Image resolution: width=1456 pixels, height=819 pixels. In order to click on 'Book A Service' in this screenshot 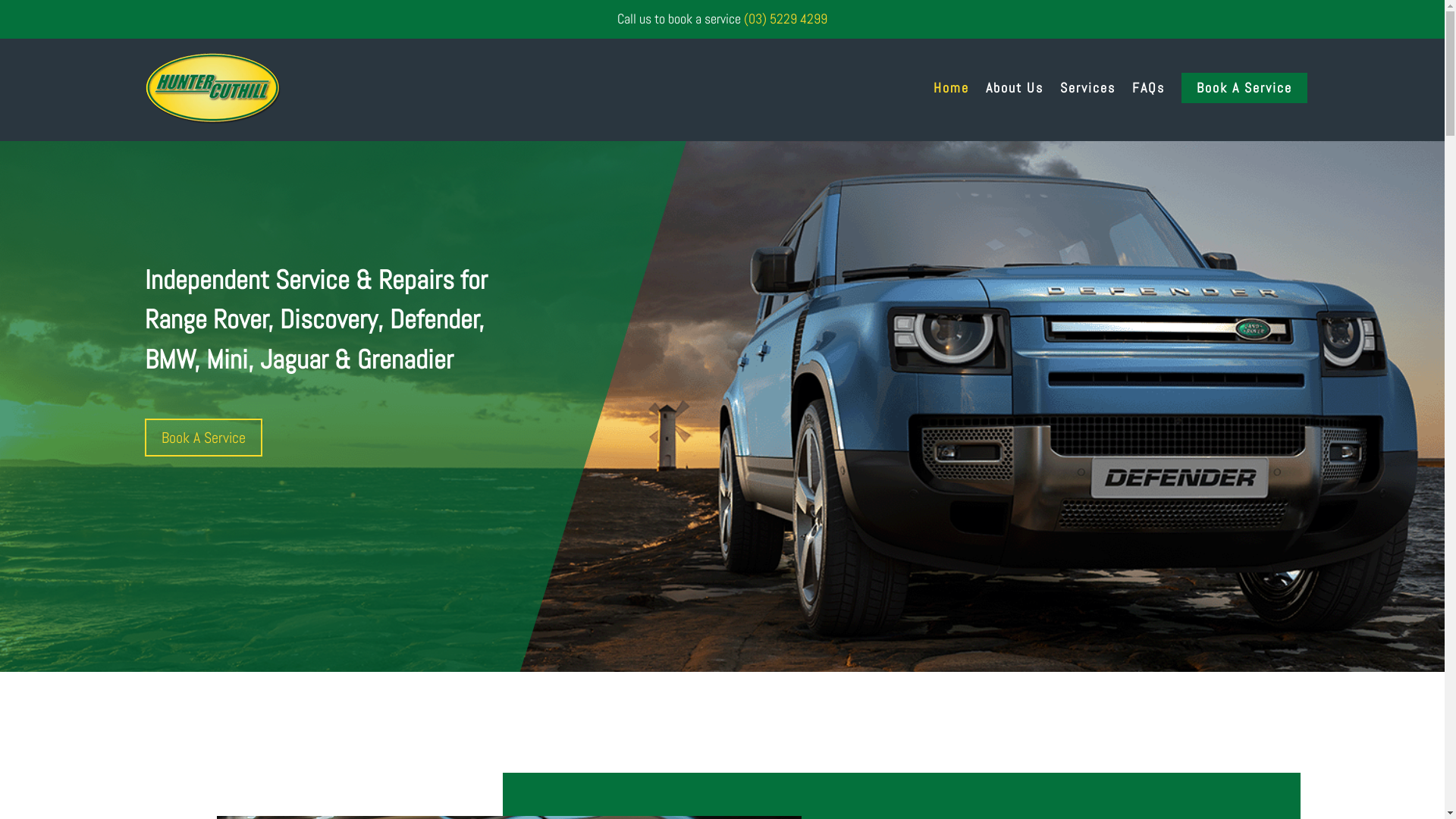, I will do `click(1244, 87)`.